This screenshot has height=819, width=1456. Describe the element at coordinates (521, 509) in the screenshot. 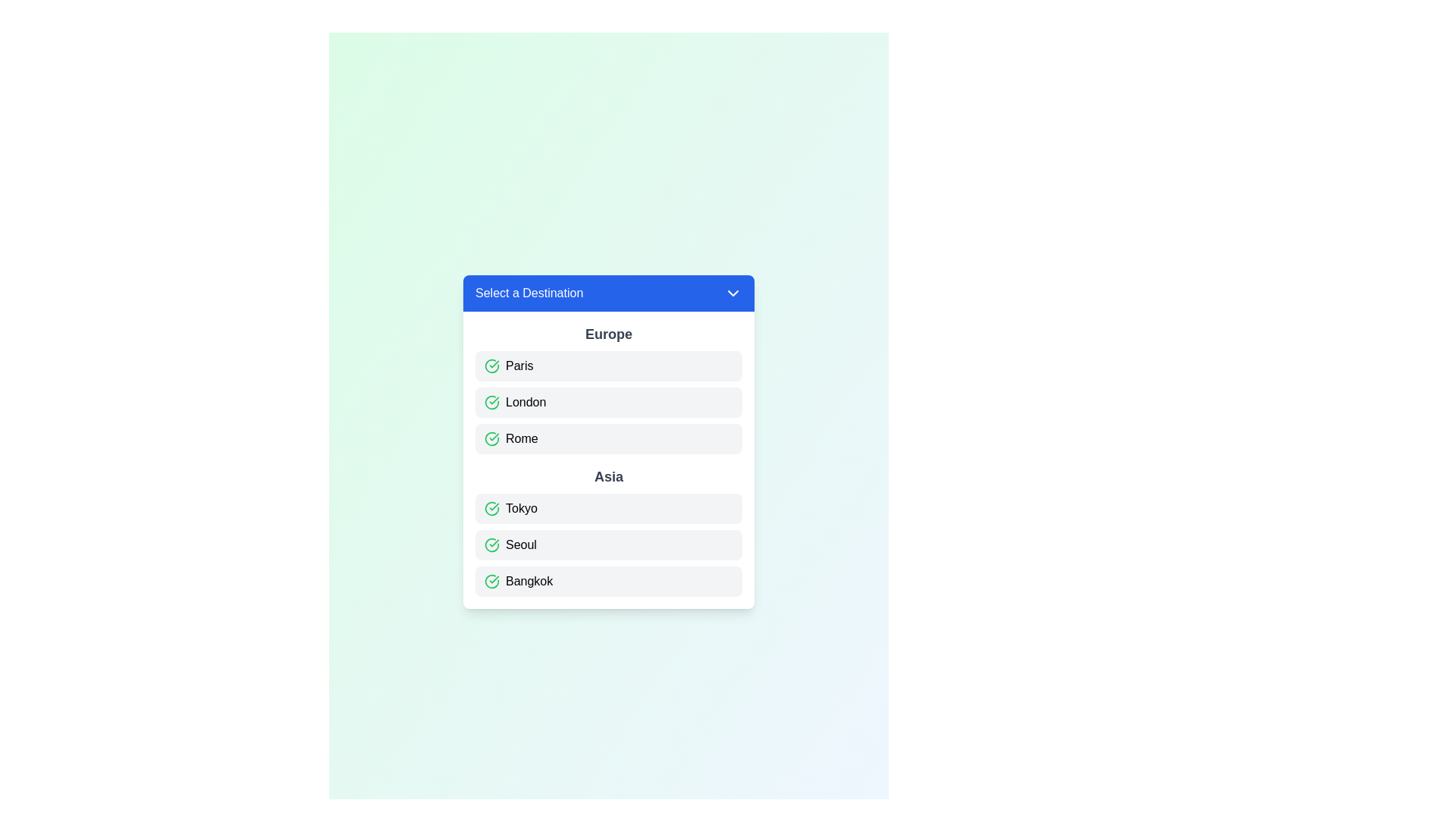

I see `the 'Tokyo' text label, which is part of the selectable destinations under the 'Asia' category` at that location.